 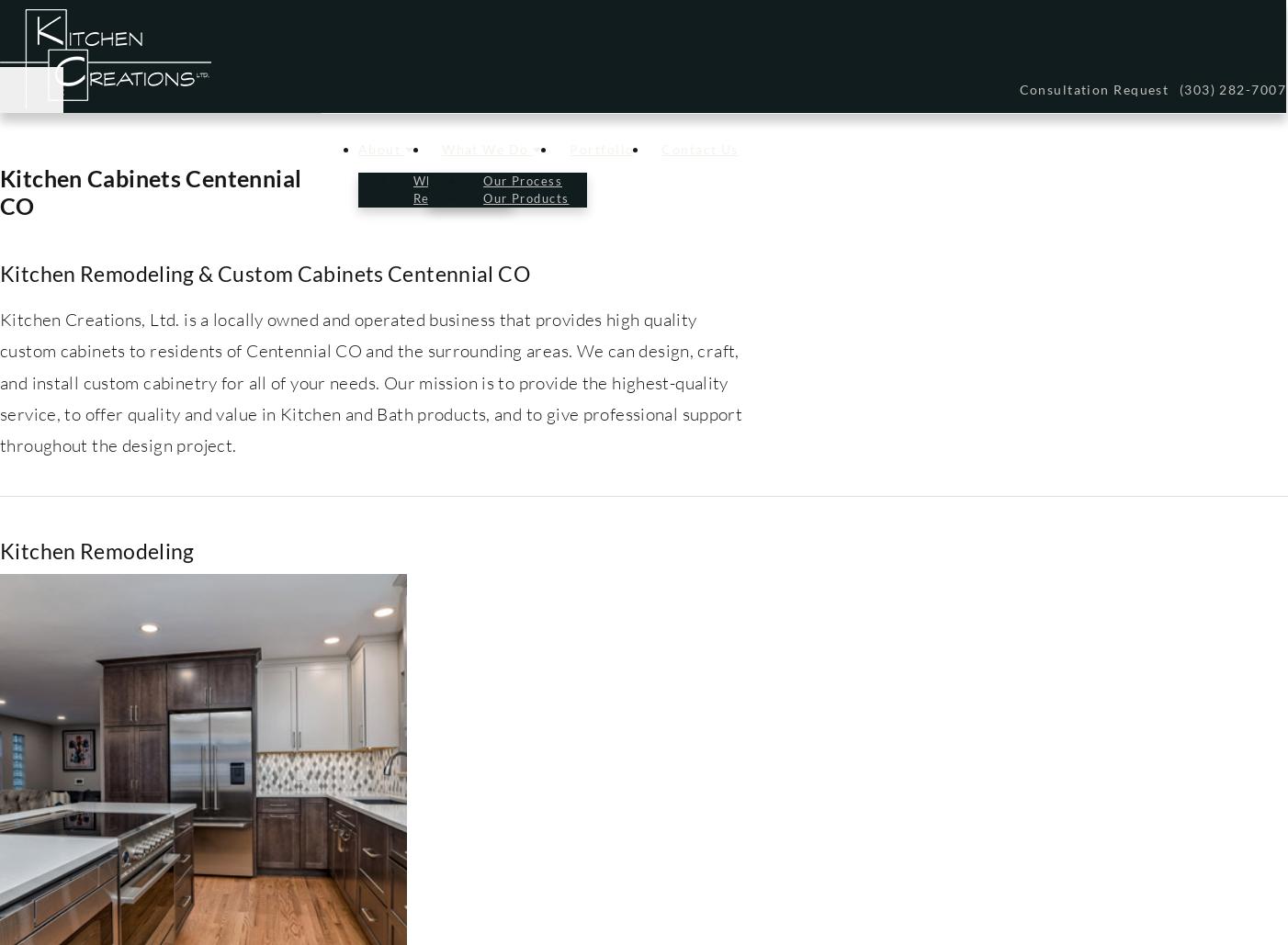 I want to click on 'Portfolio', so click(x=602, y=149).